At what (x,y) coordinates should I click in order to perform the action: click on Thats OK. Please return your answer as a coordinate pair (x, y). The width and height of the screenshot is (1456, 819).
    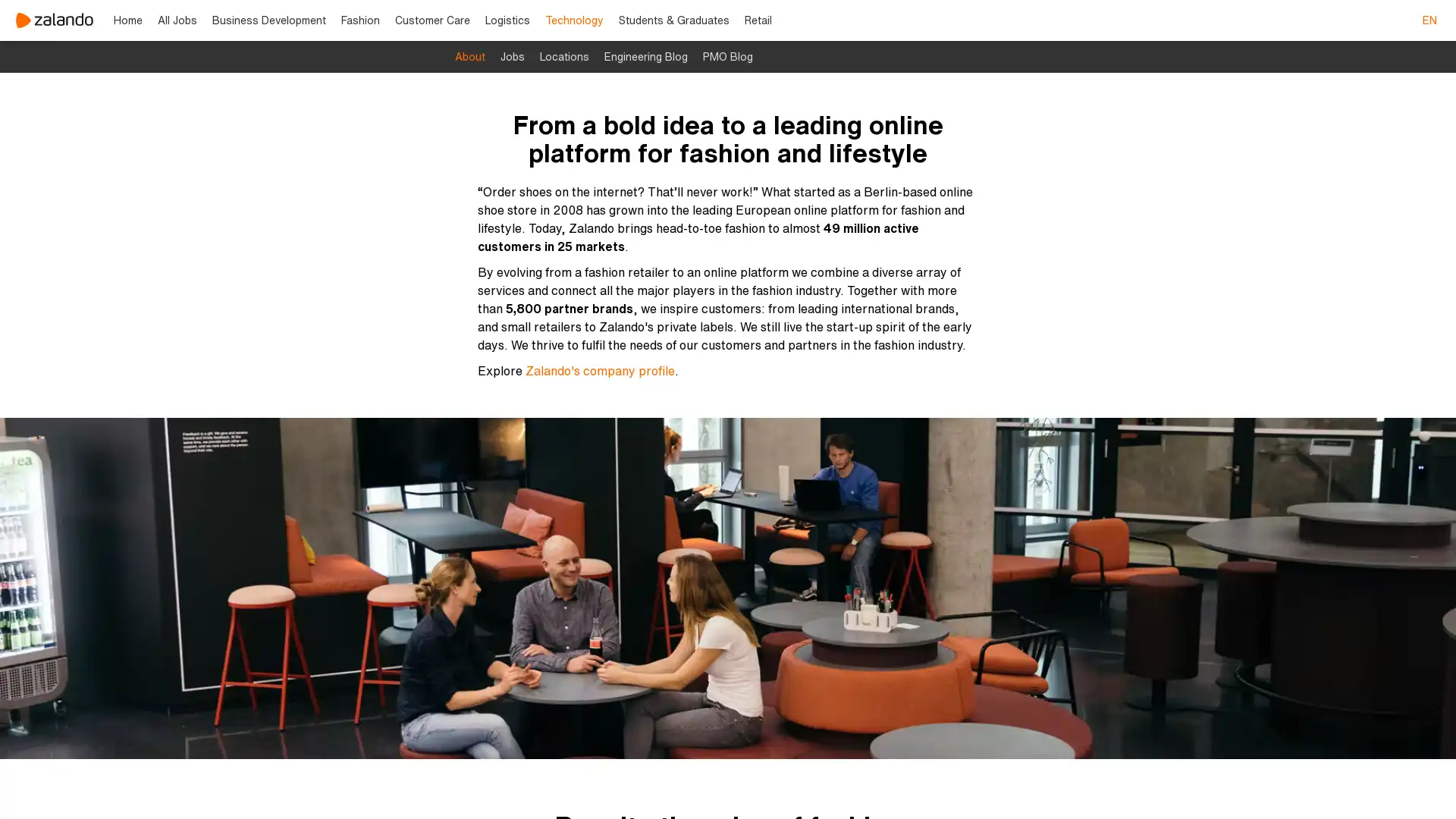
    Looking at the image, I should click on (996, 782).